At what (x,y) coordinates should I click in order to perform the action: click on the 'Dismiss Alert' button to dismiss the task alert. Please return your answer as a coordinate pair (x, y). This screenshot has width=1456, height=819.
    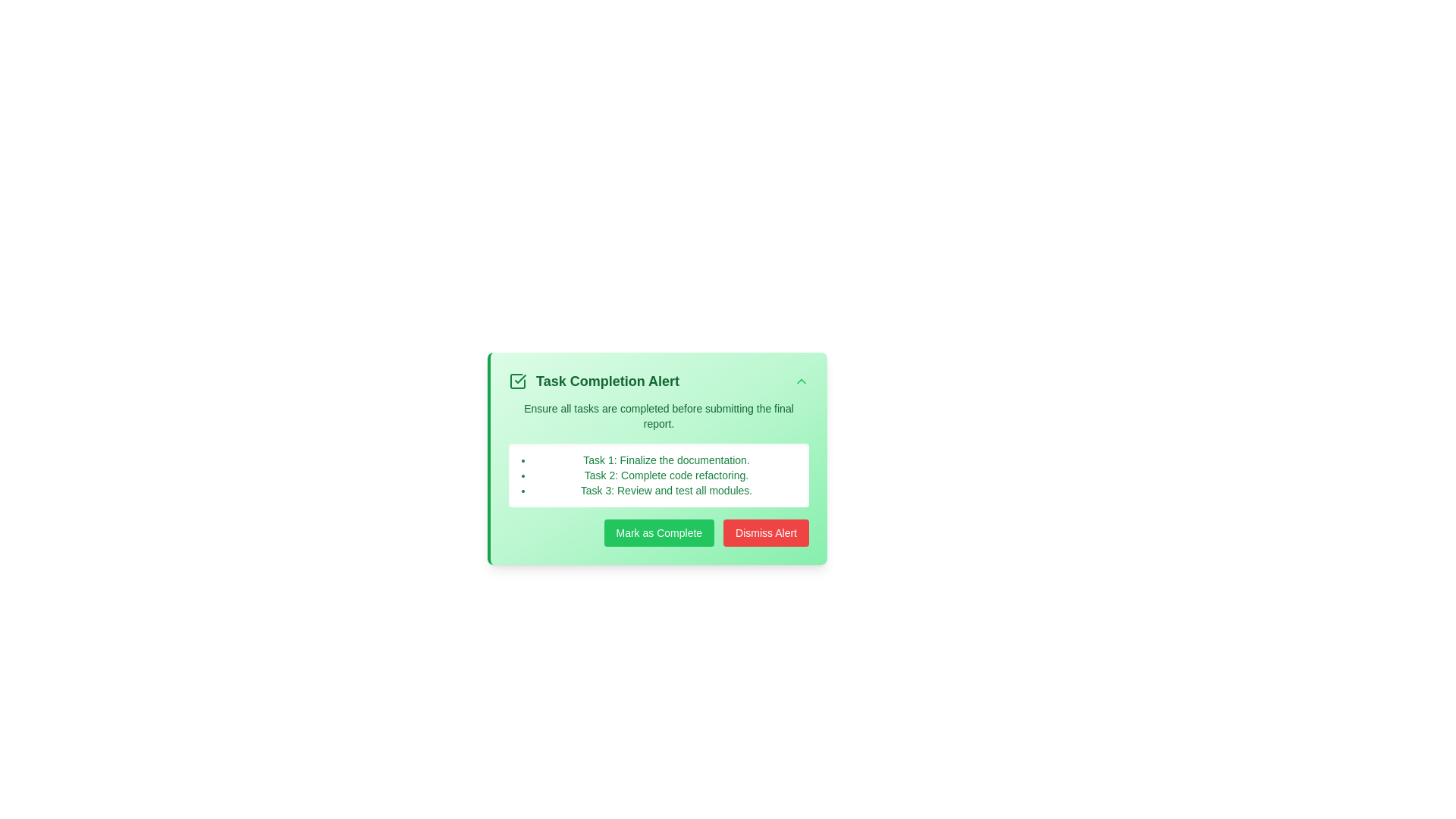
    Looking at the image, I should click on (765, 532).